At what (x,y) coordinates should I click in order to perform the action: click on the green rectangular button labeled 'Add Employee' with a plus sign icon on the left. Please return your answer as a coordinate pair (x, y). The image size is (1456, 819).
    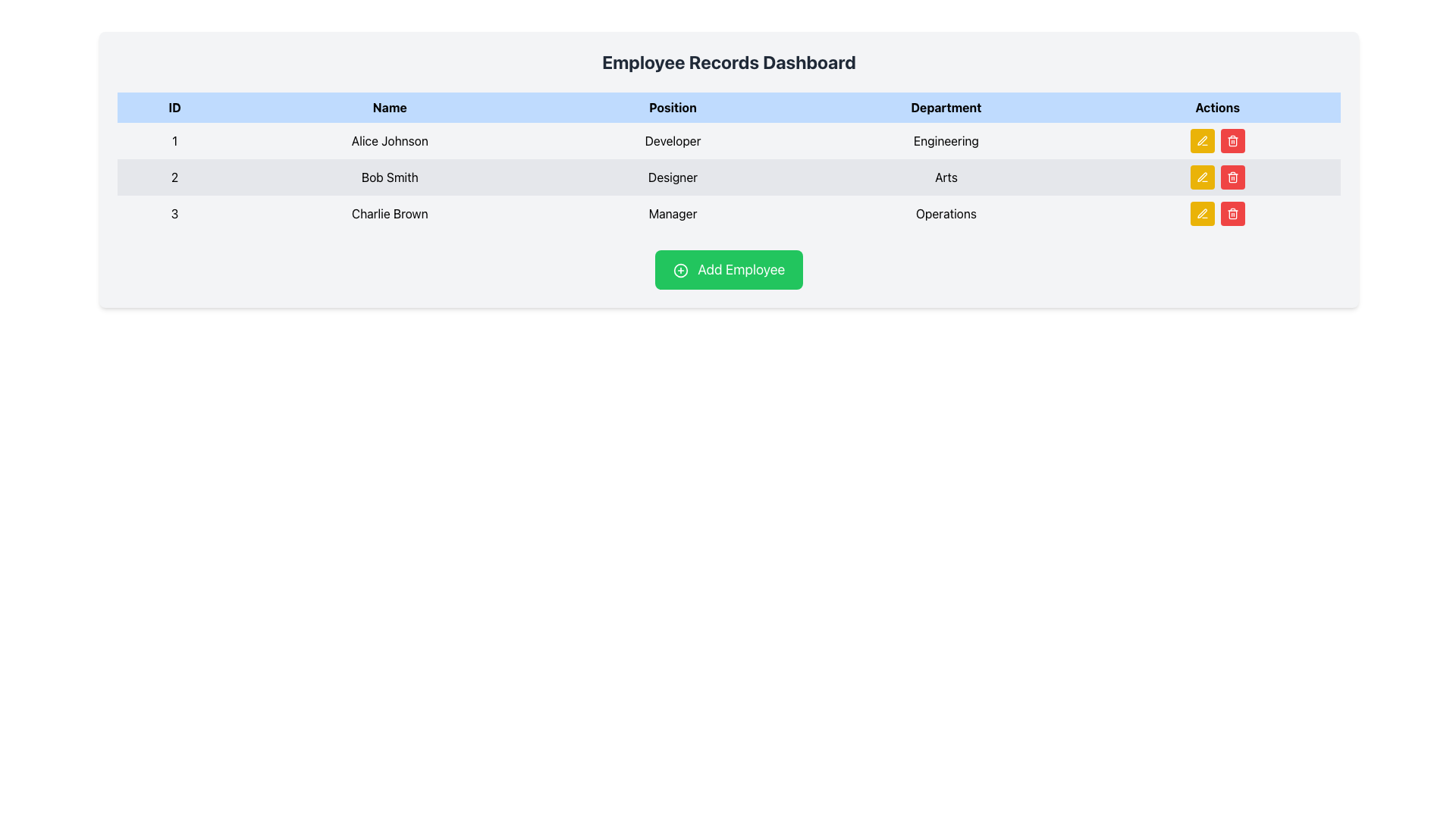
    Looking at the image, I should click on (729, 268).